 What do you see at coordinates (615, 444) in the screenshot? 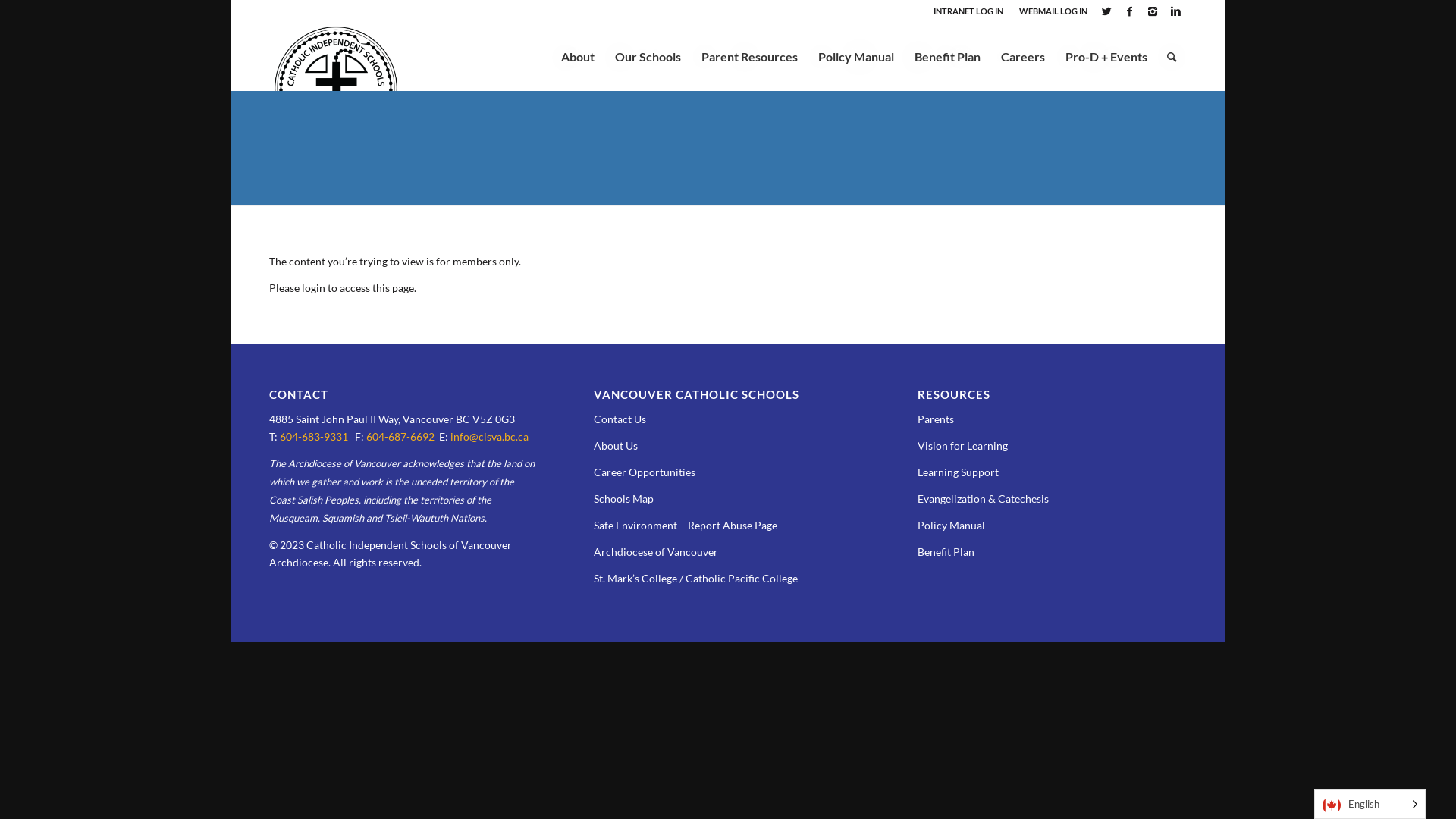
I see `'About Us'` at bounding box center [615, 444].